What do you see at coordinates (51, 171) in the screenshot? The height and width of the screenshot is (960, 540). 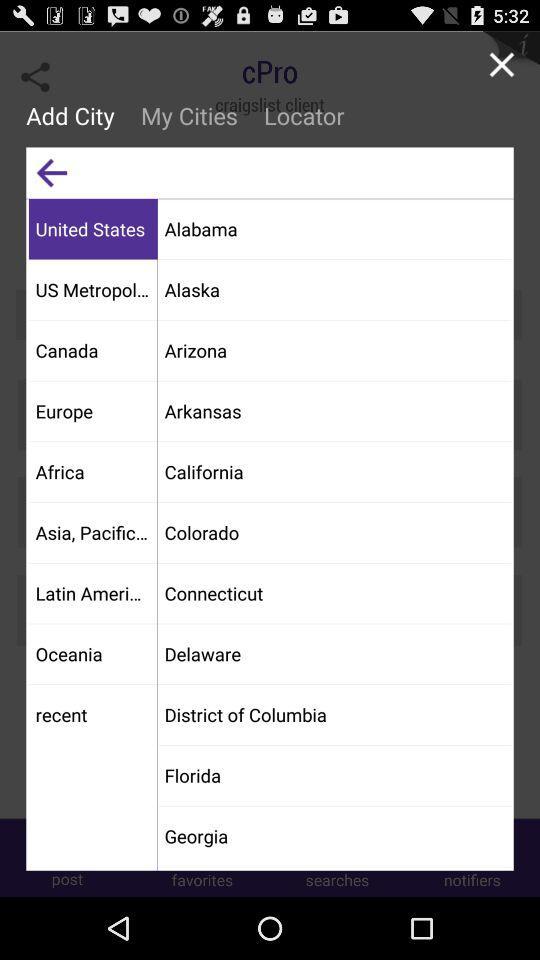 I see `go back` at bounding box center [51, 171].